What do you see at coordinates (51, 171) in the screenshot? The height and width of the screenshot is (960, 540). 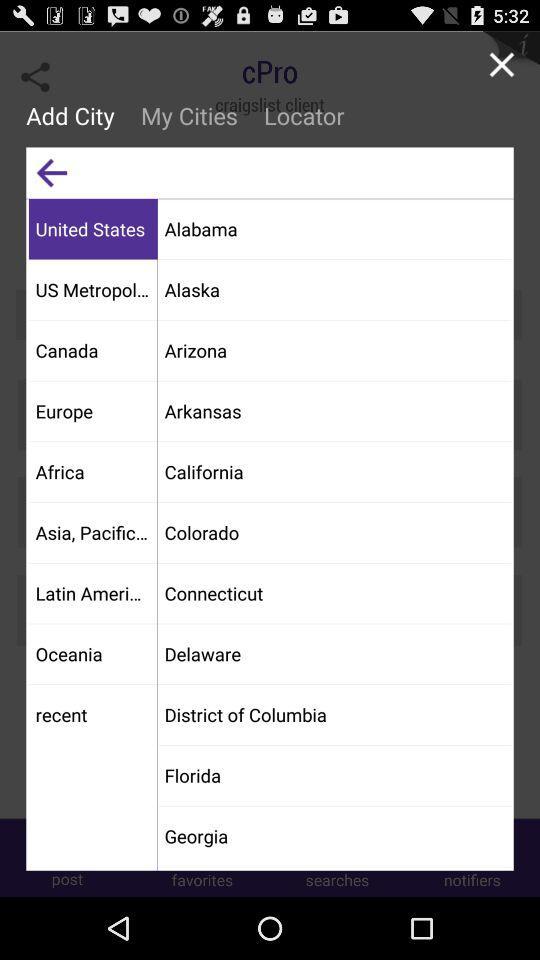 I see `go back` at bounding box center [51, 171].